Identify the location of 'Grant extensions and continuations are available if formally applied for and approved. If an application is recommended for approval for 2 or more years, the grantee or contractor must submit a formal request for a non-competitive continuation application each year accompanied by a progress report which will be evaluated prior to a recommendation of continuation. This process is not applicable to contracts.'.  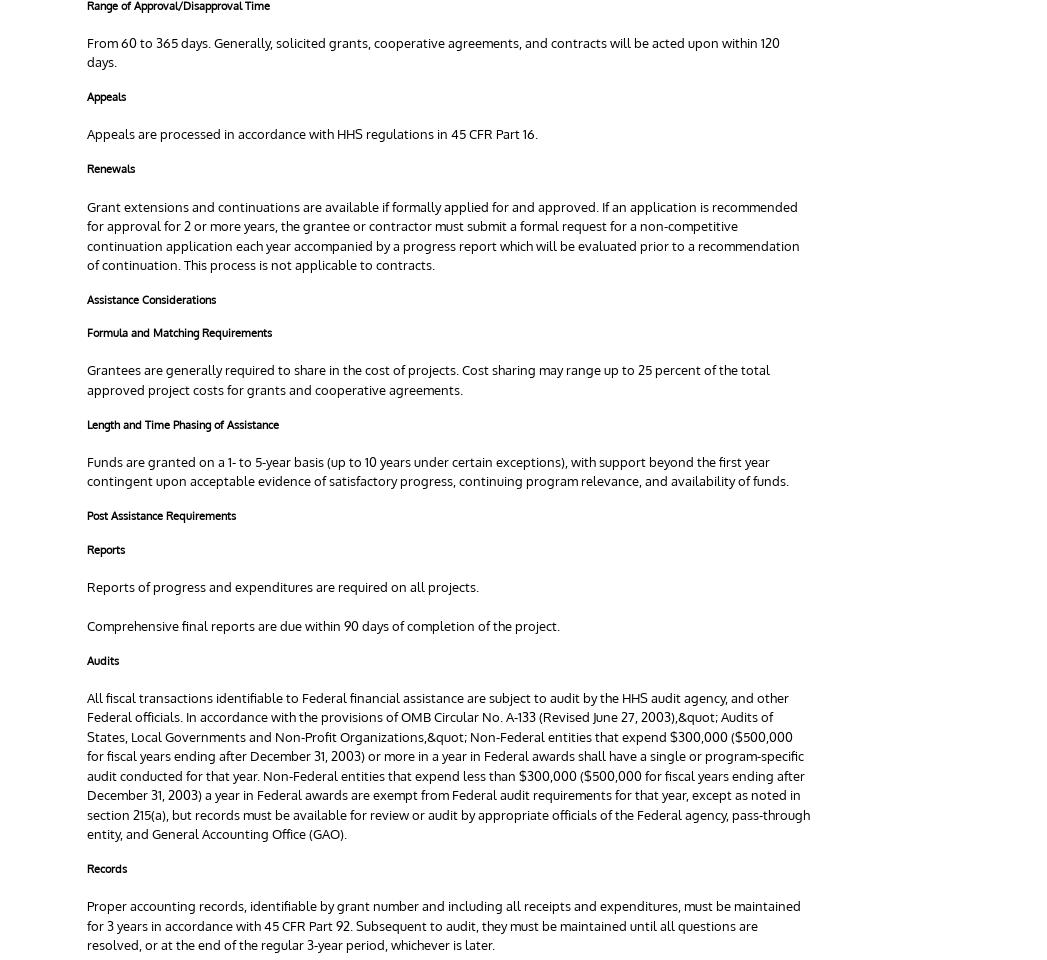
(443, 235).